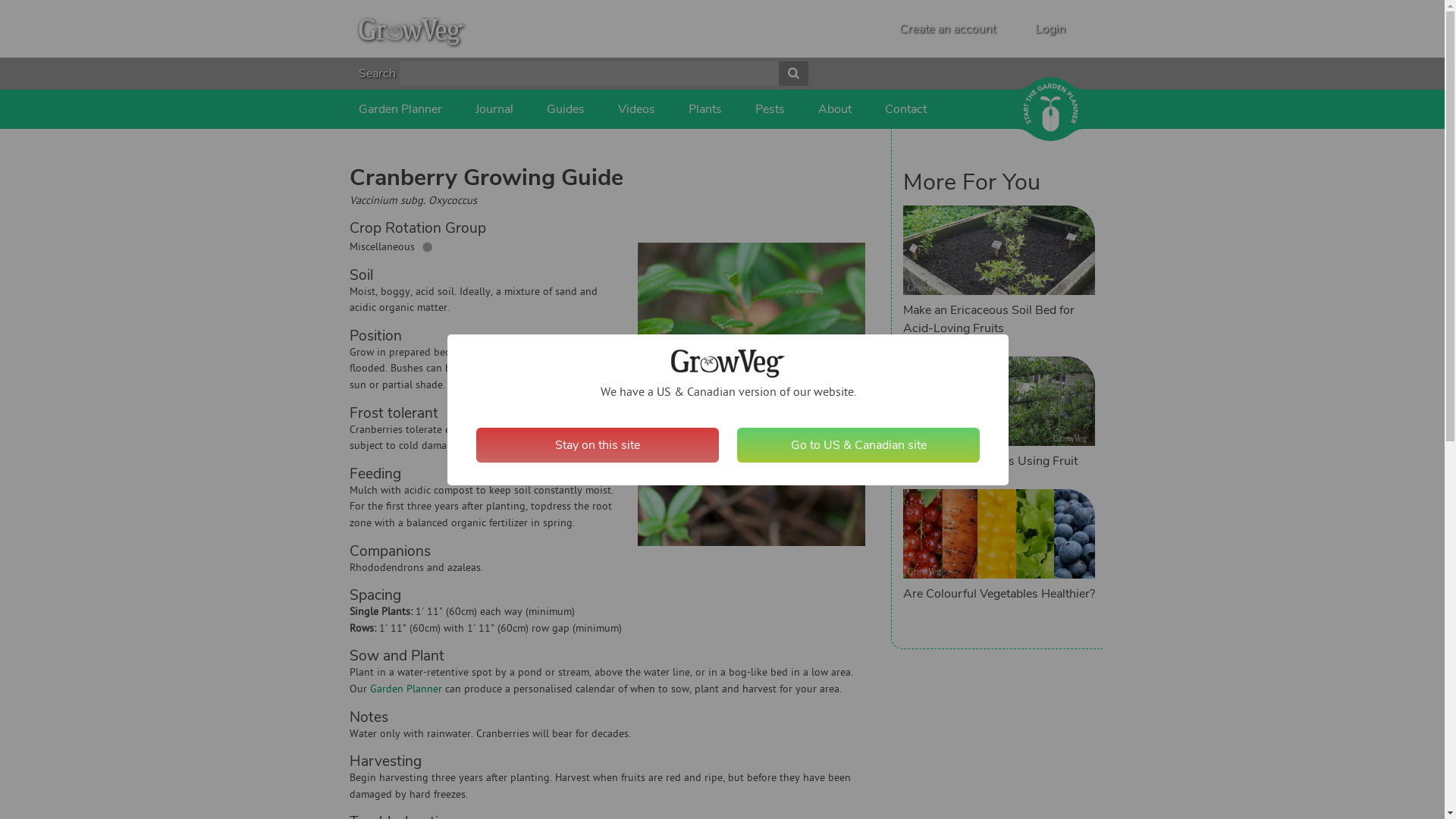 This screenshot has height=819, width=1456. Describe the element at coordinates (1048, 29) in the screenshot. I see `'Login'` at that location.